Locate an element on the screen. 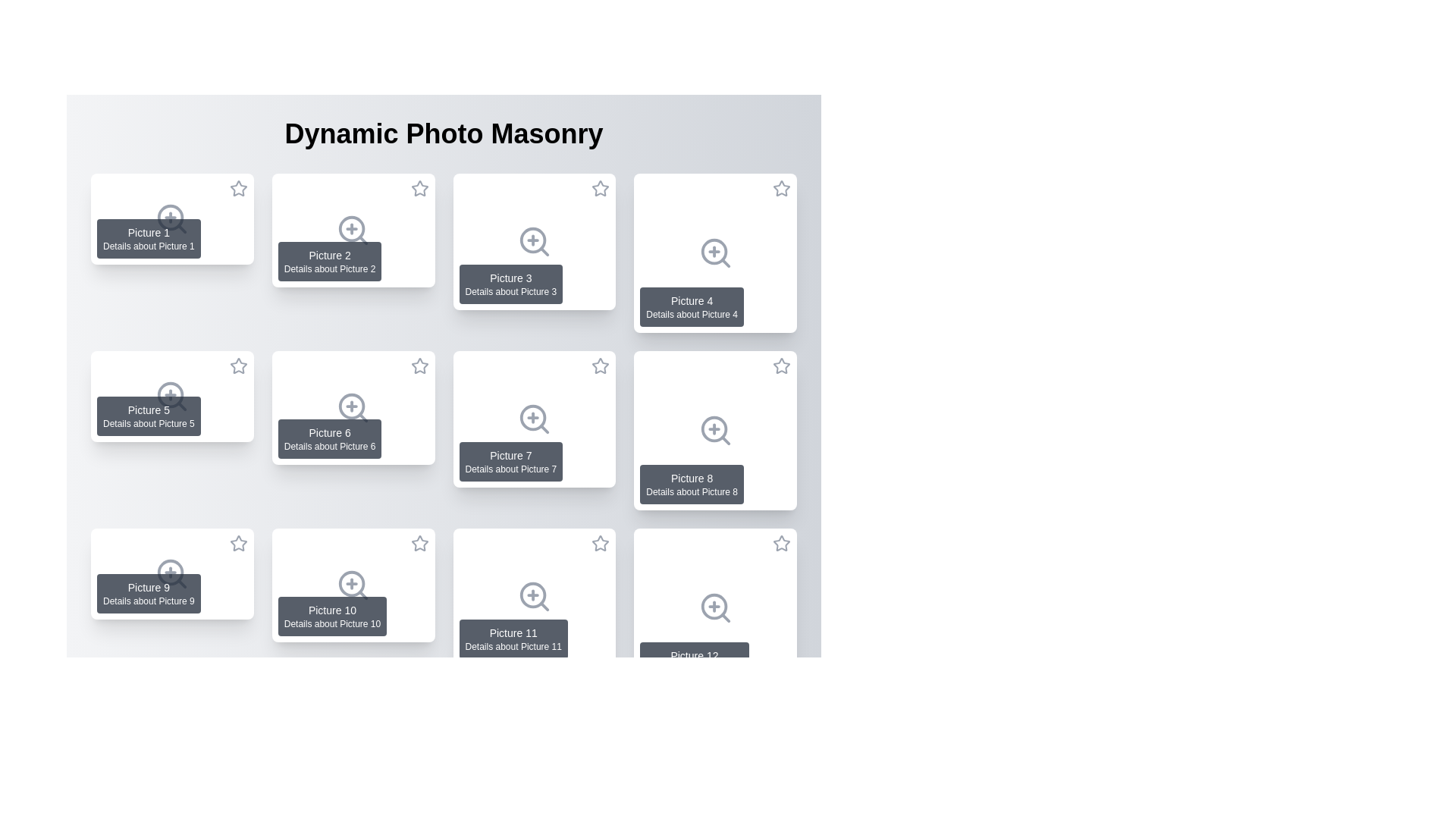  the card containing an image preview and interactive icons, which is the twelfth card in the grid layout is located at coordinates (714, 607).